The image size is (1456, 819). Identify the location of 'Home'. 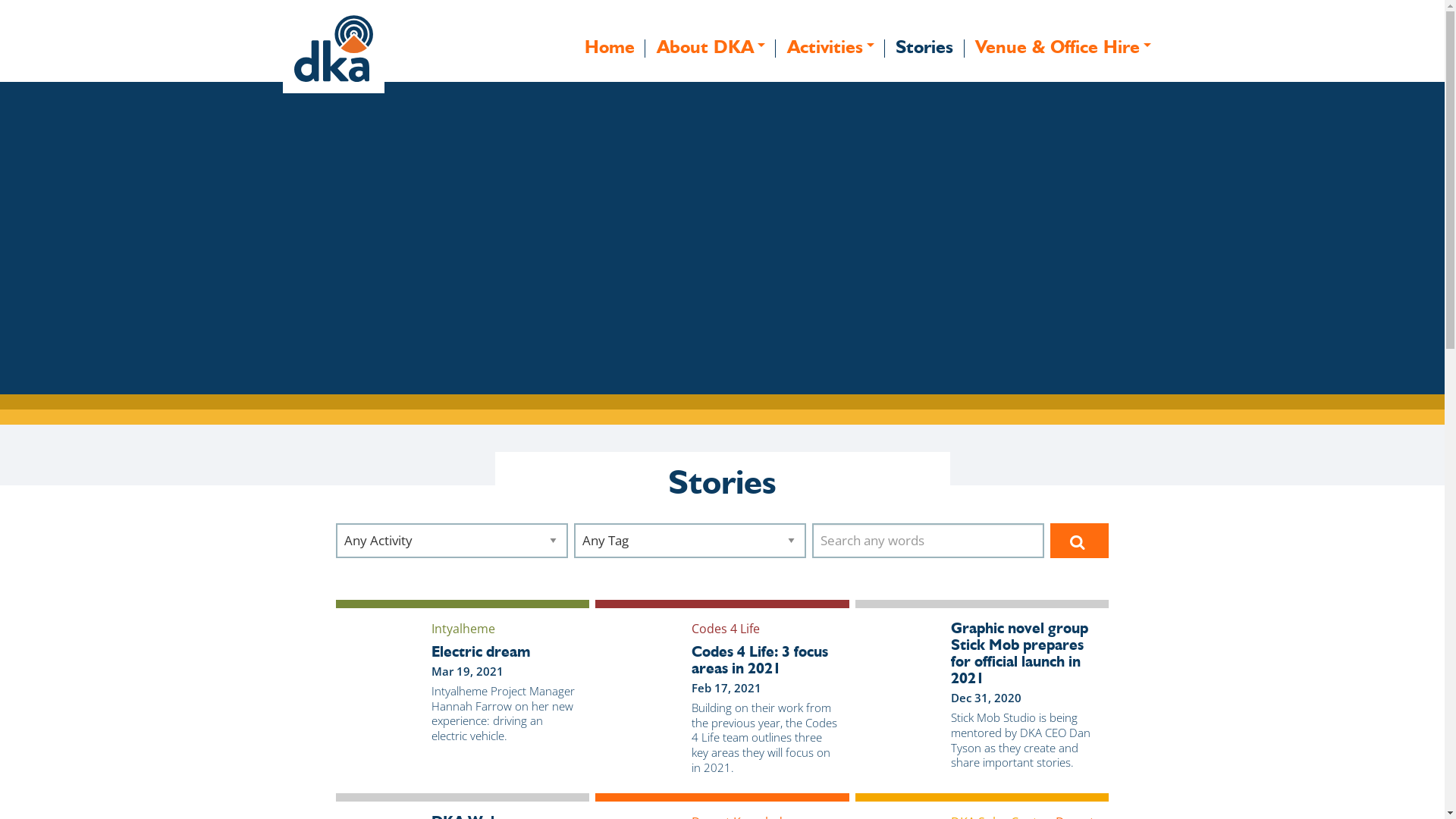
(610, 46).